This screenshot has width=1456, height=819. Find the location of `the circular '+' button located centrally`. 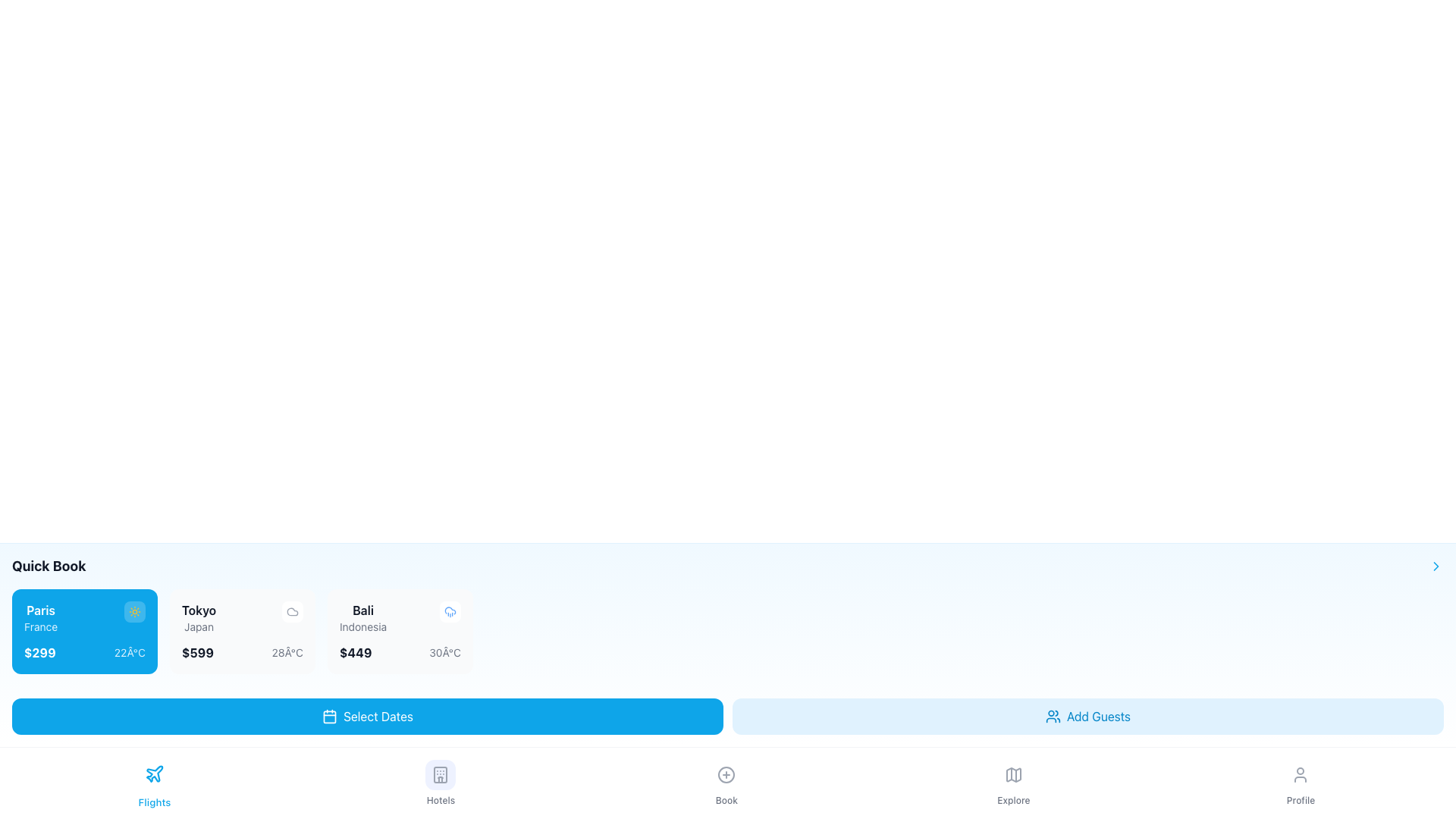

the circular '+' button located centrally is located at coordinates (726, 783).